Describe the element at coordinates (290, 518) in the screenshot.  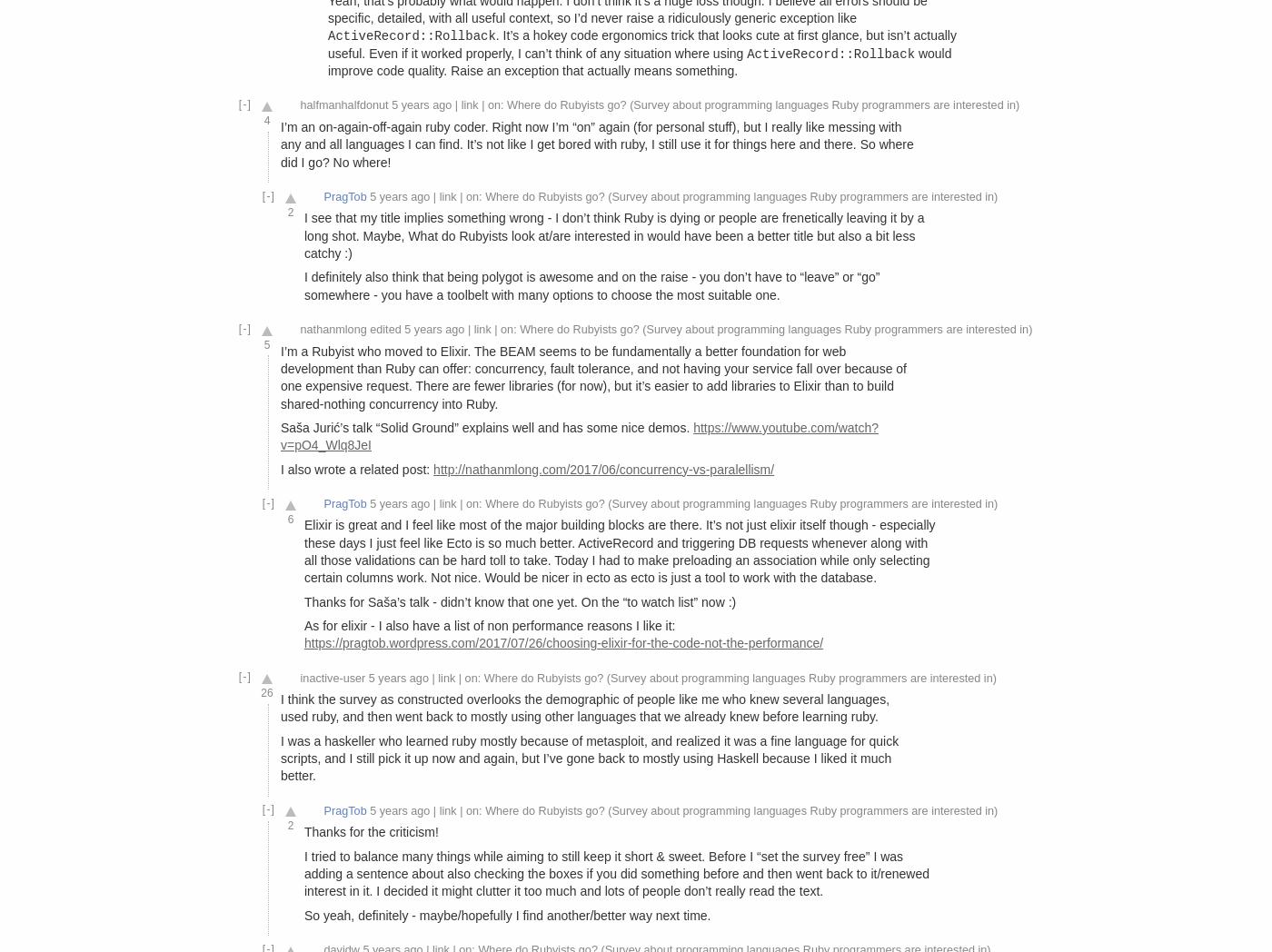
I see `'6'` at that location.